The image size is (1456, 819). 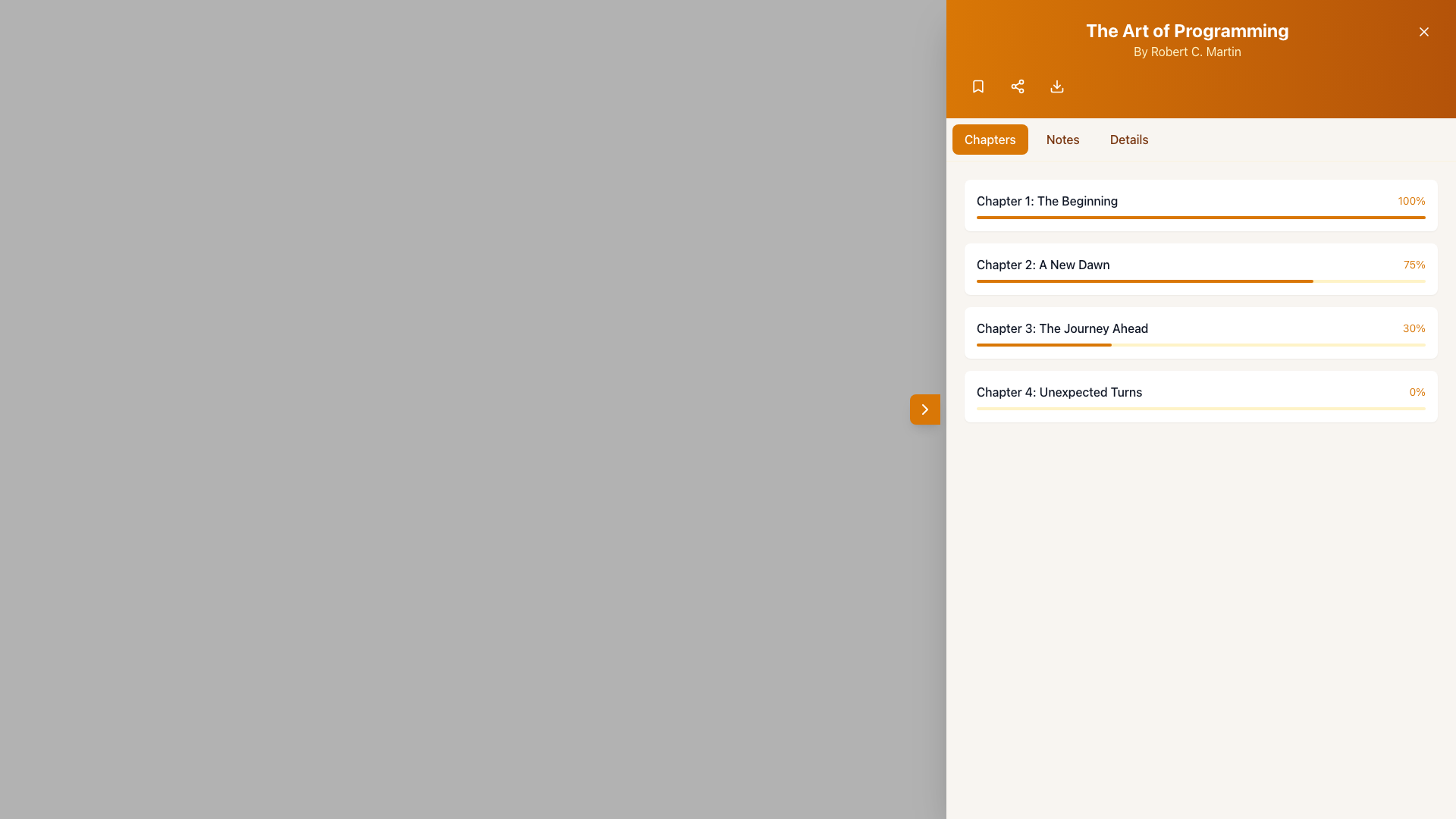 I want to click on the progress tracker titled 'Chapter 2: A New Dawn', so click(x=1200, y=268).